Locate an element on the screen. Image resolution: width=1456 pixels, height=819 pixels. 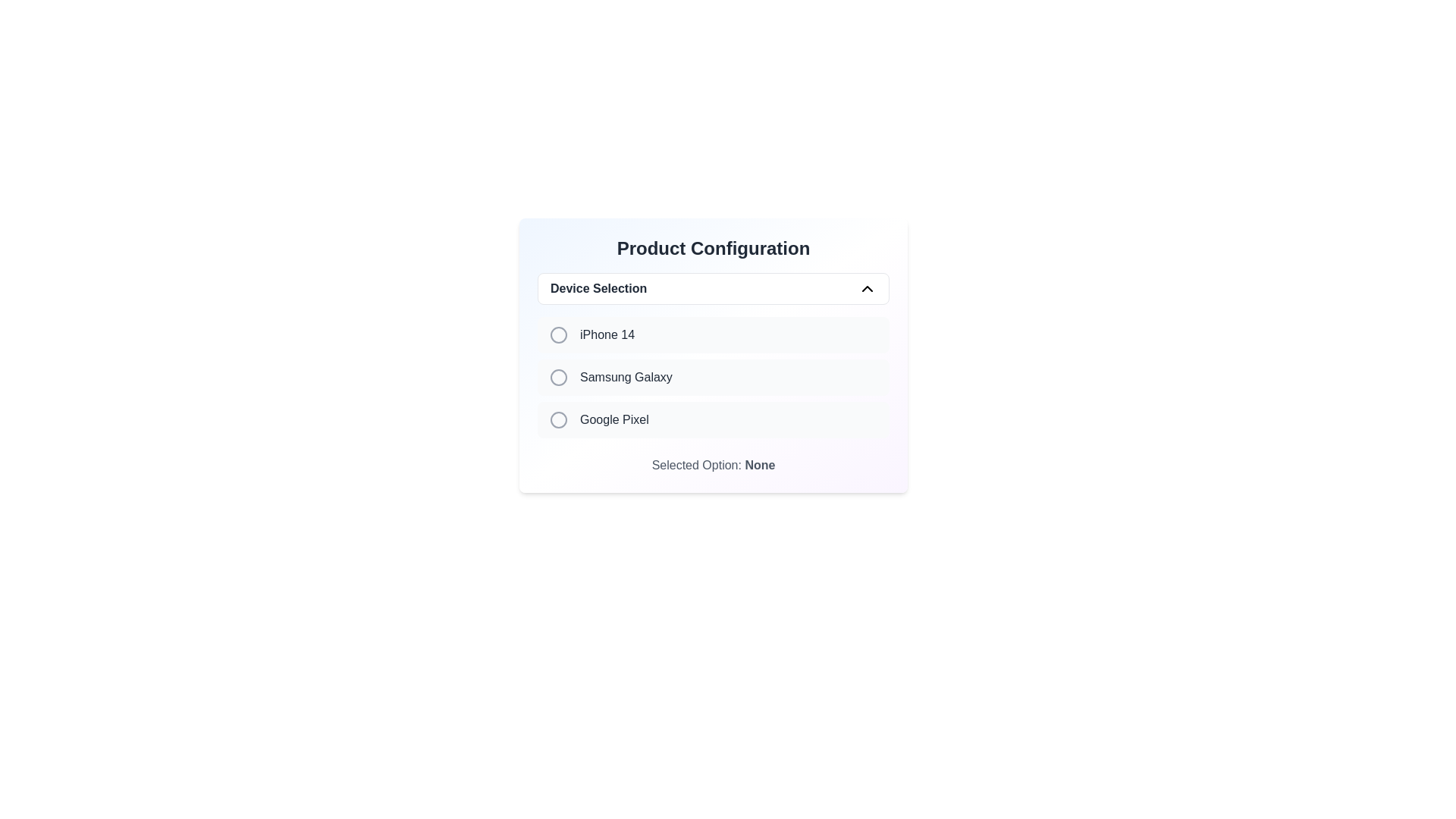
the radio button for 'iPhone 14' is located at coordinates (558, 334).